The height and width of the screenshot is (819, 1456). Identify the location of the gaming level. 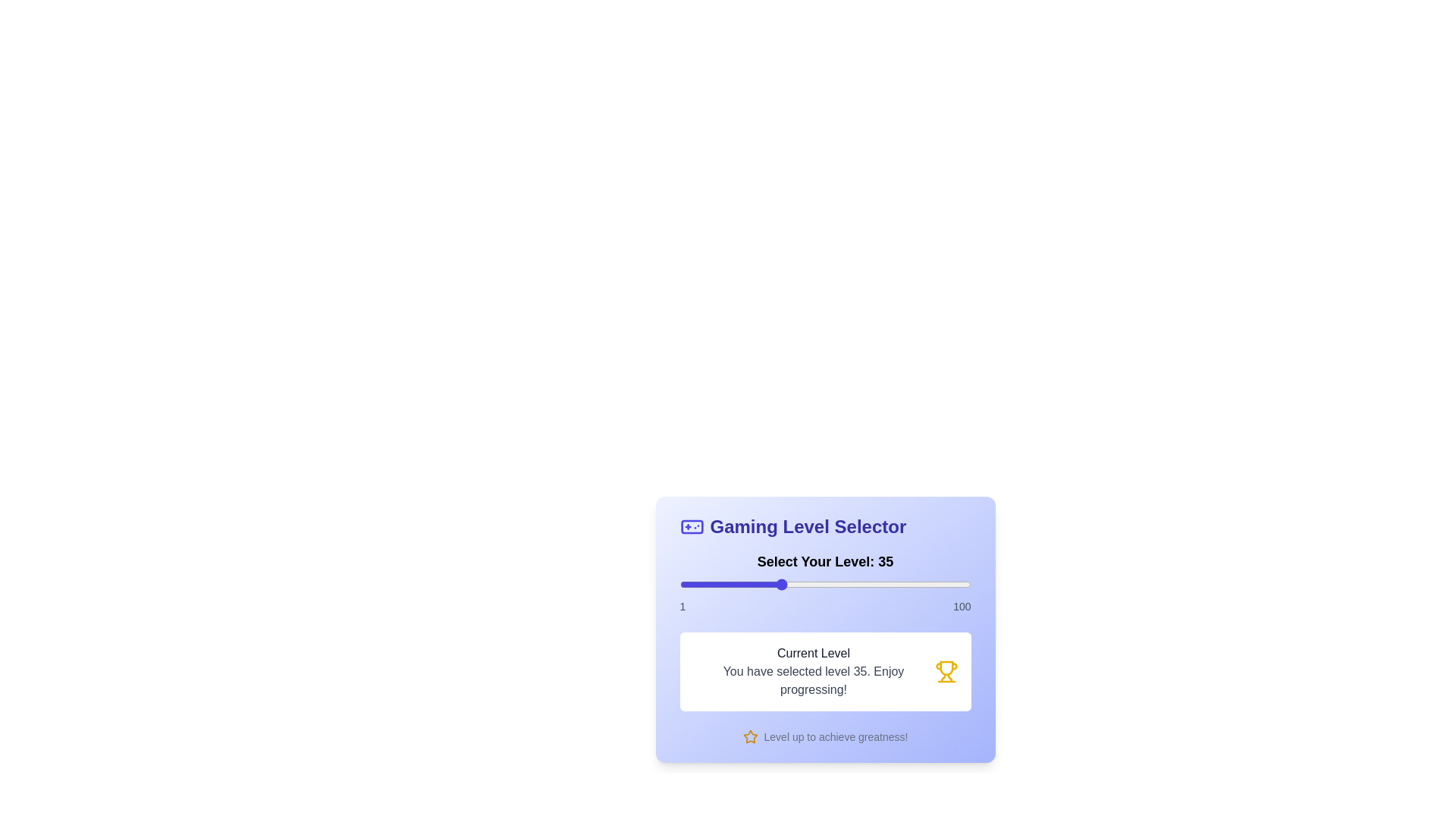
(937, 584).